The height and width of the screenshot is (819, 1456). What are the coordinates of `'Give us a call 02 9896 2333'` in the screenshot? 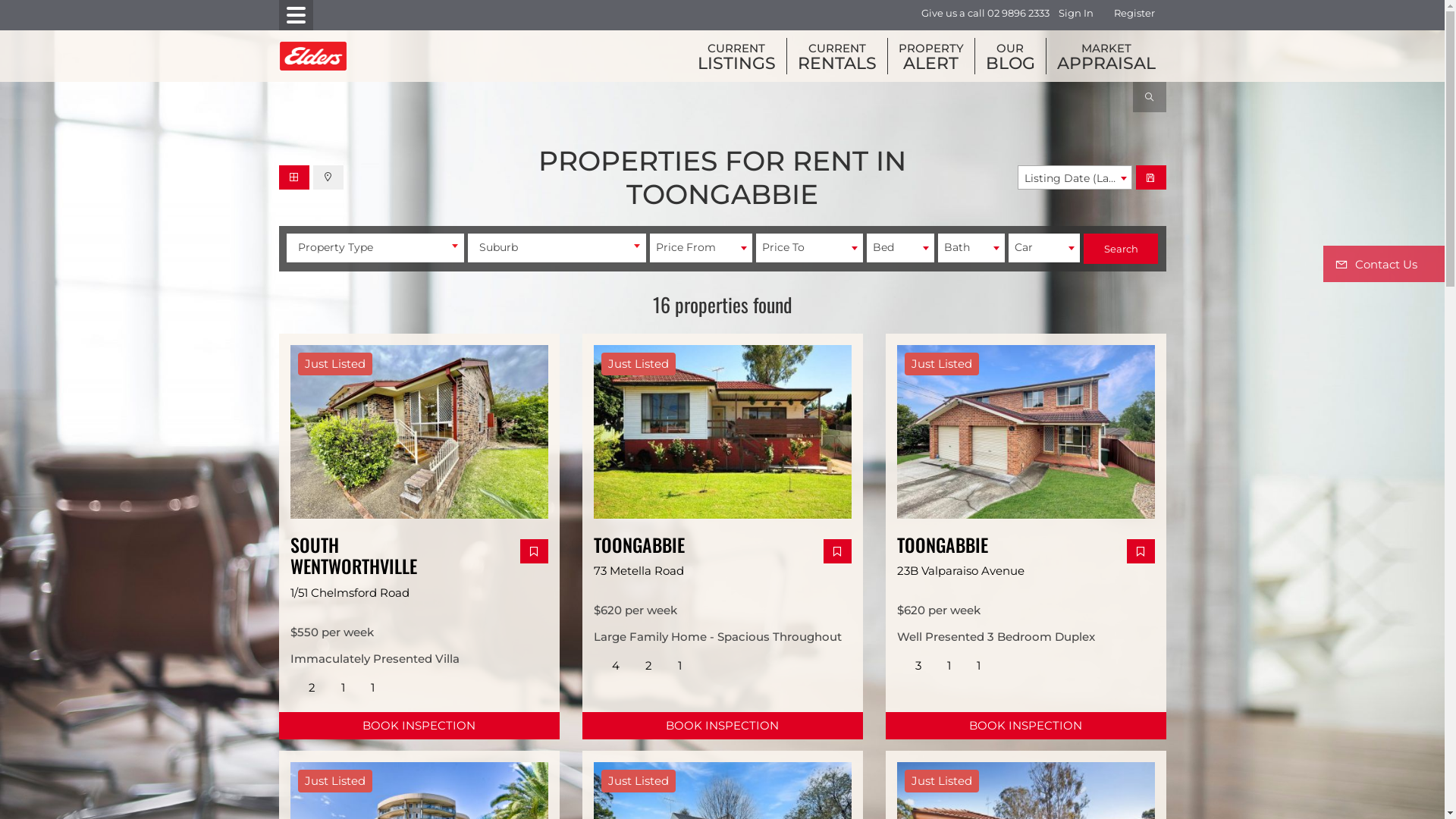 It's located at (984, 13).